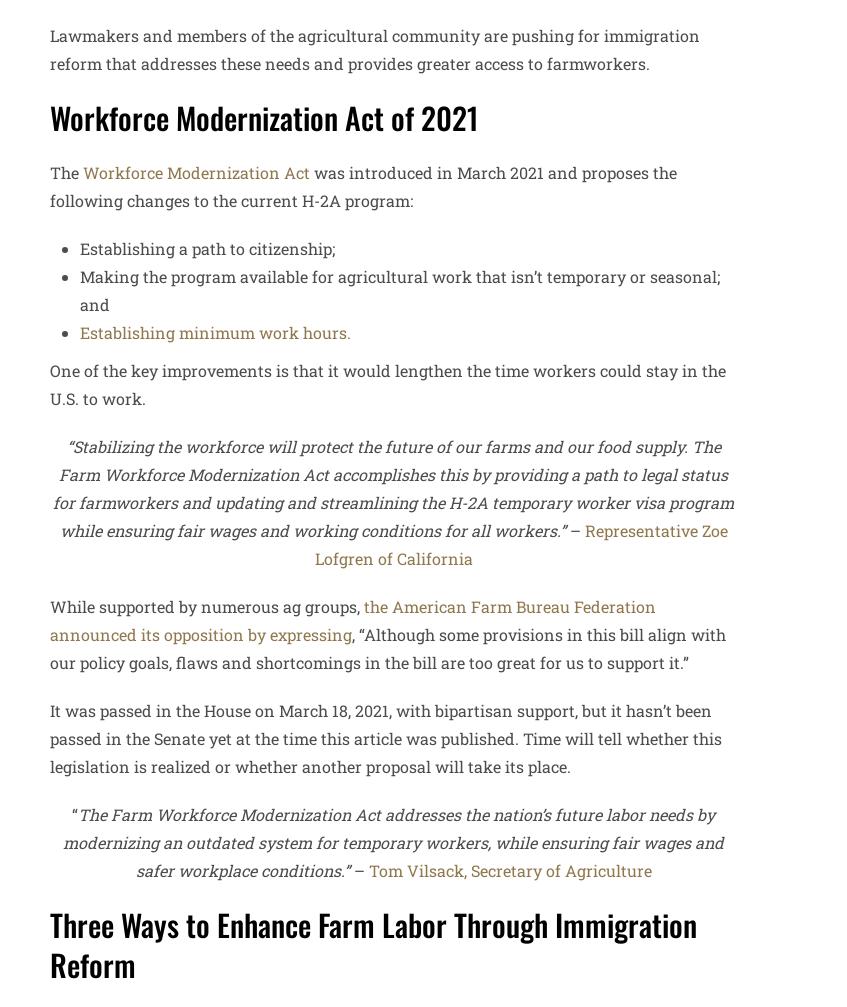  Describe the element at coordinates (387, 646) in the screenshot. I see `', “Although some provisions in this bill align with our policy goals, flaws and shortcomings in the bill are too great for us to support it.”'` at that location.